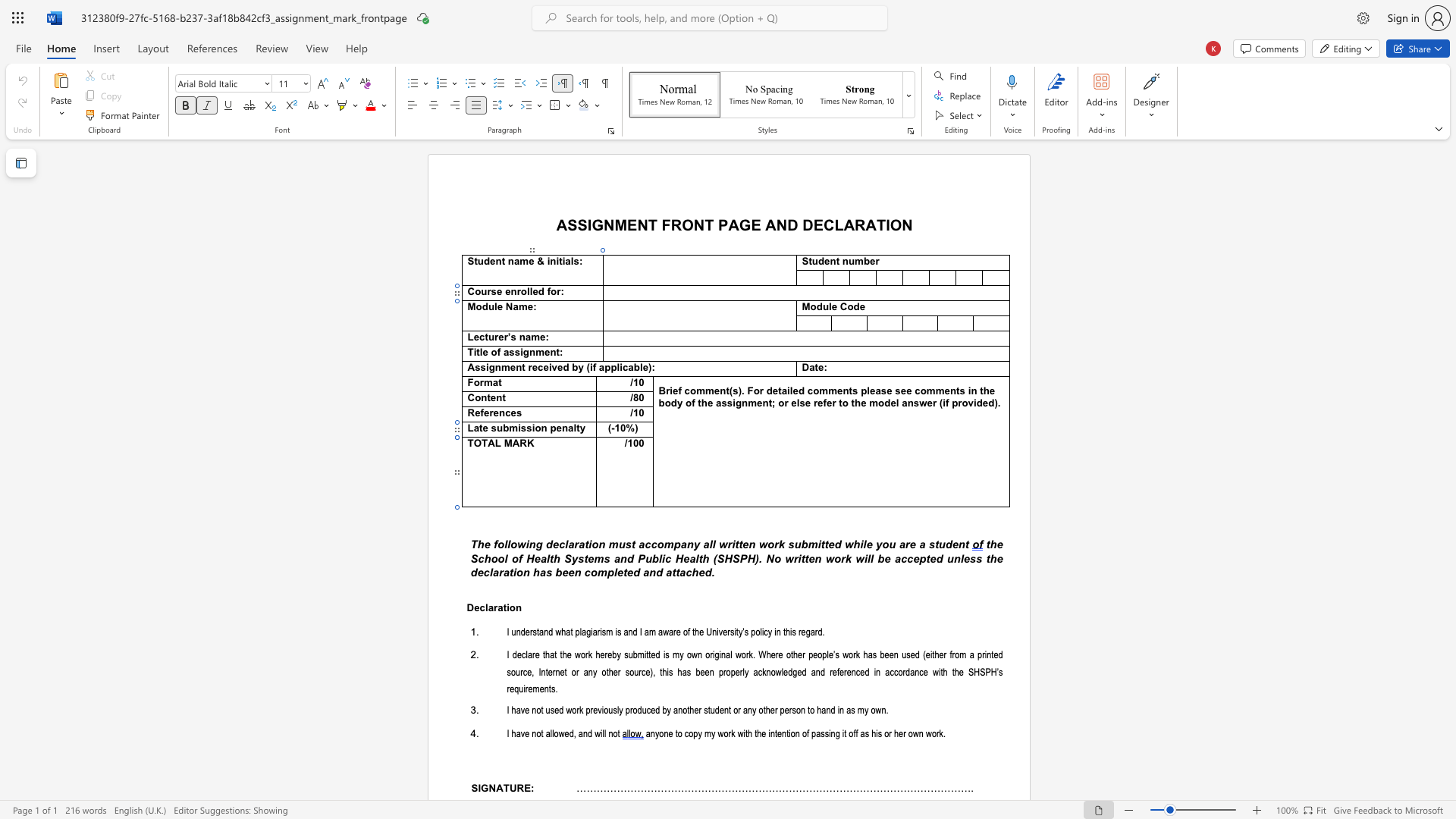  What do you see at coordinates (884, 224) in the screenshot?
I see `the space between the continuous character "T" and "I" in the text` at bounding box center [884, 224].